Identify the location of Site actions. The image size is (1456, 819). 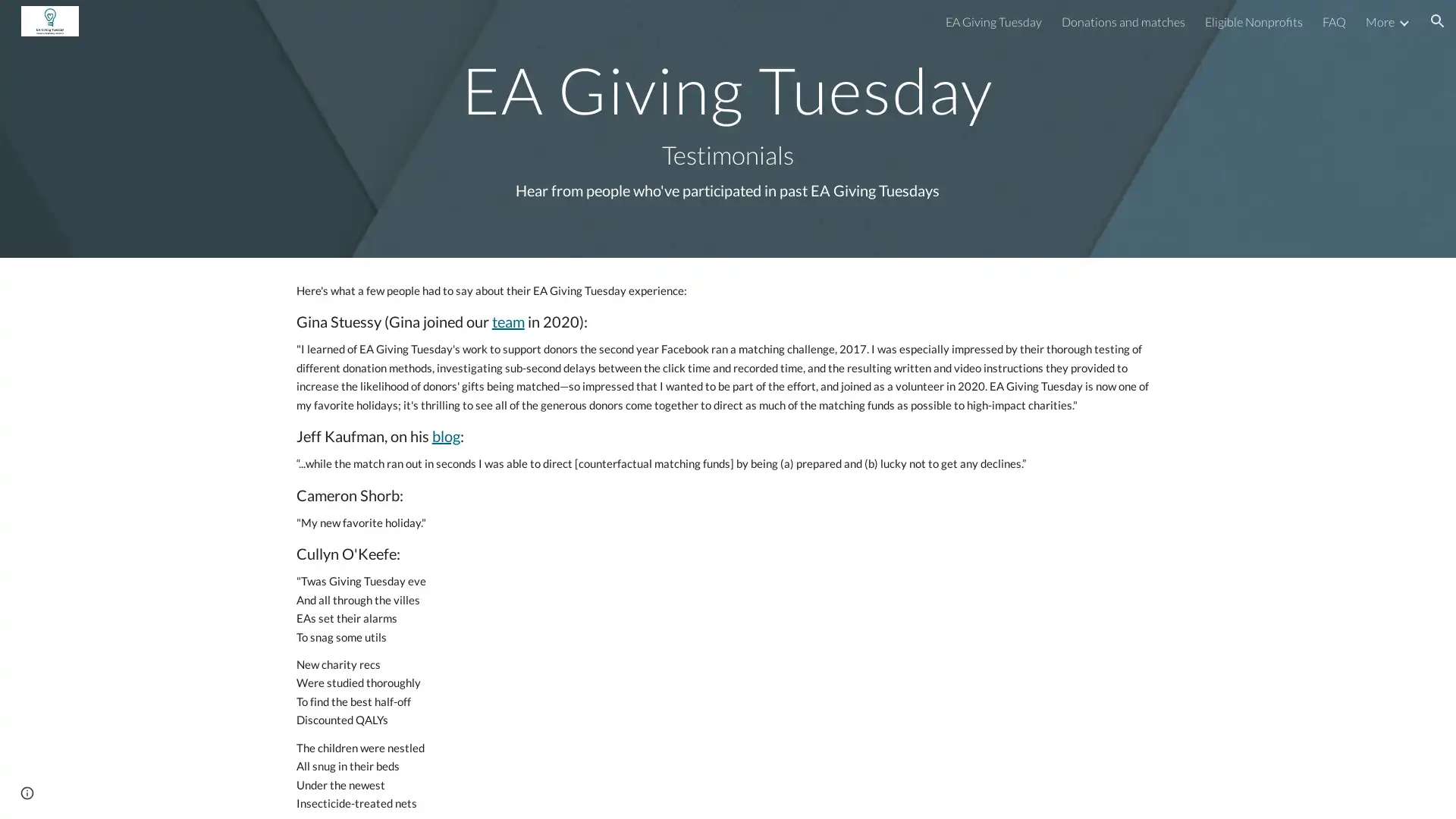
(27, 792).